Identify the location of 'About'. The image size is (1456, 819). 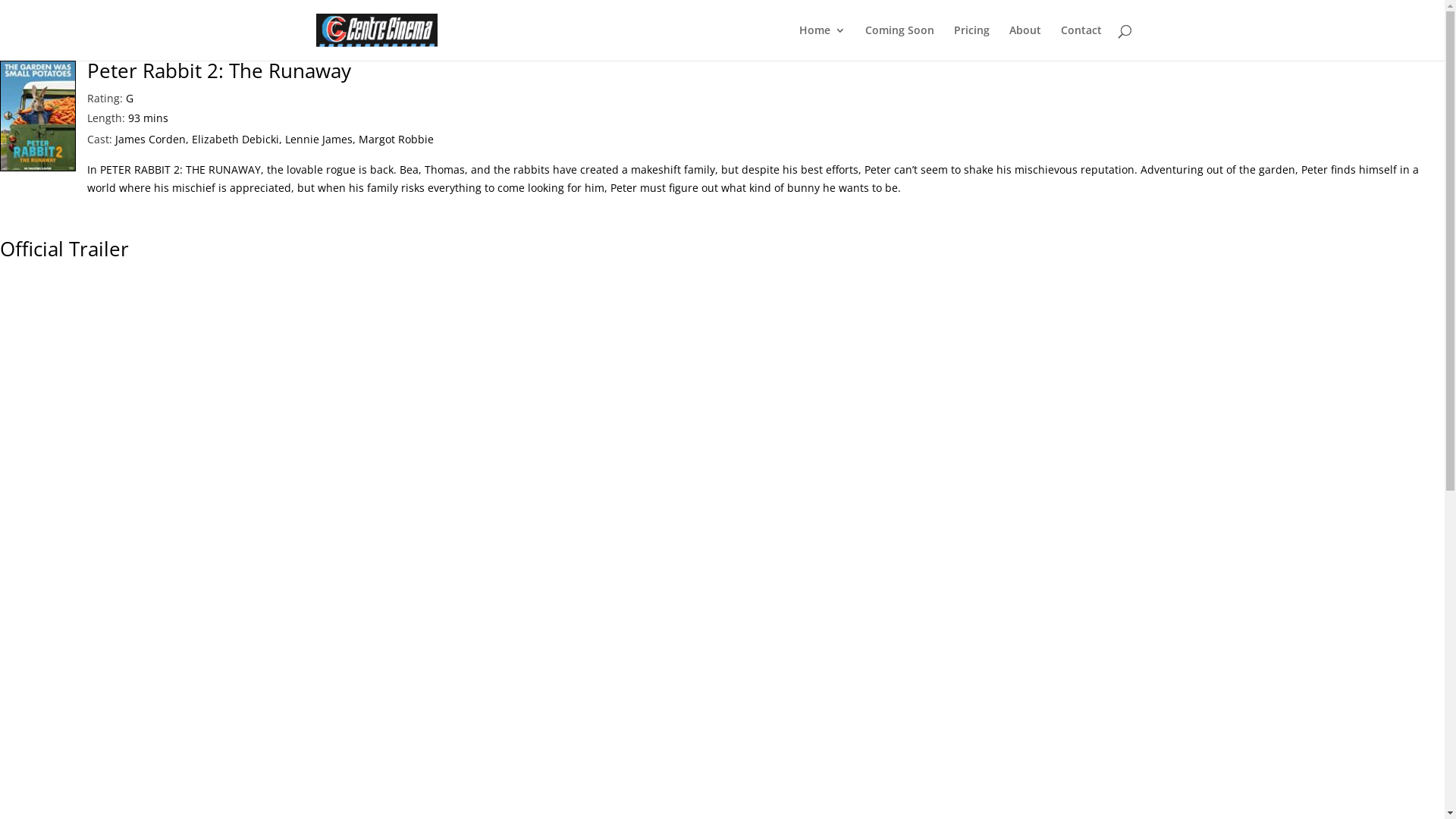
(1024, 42).